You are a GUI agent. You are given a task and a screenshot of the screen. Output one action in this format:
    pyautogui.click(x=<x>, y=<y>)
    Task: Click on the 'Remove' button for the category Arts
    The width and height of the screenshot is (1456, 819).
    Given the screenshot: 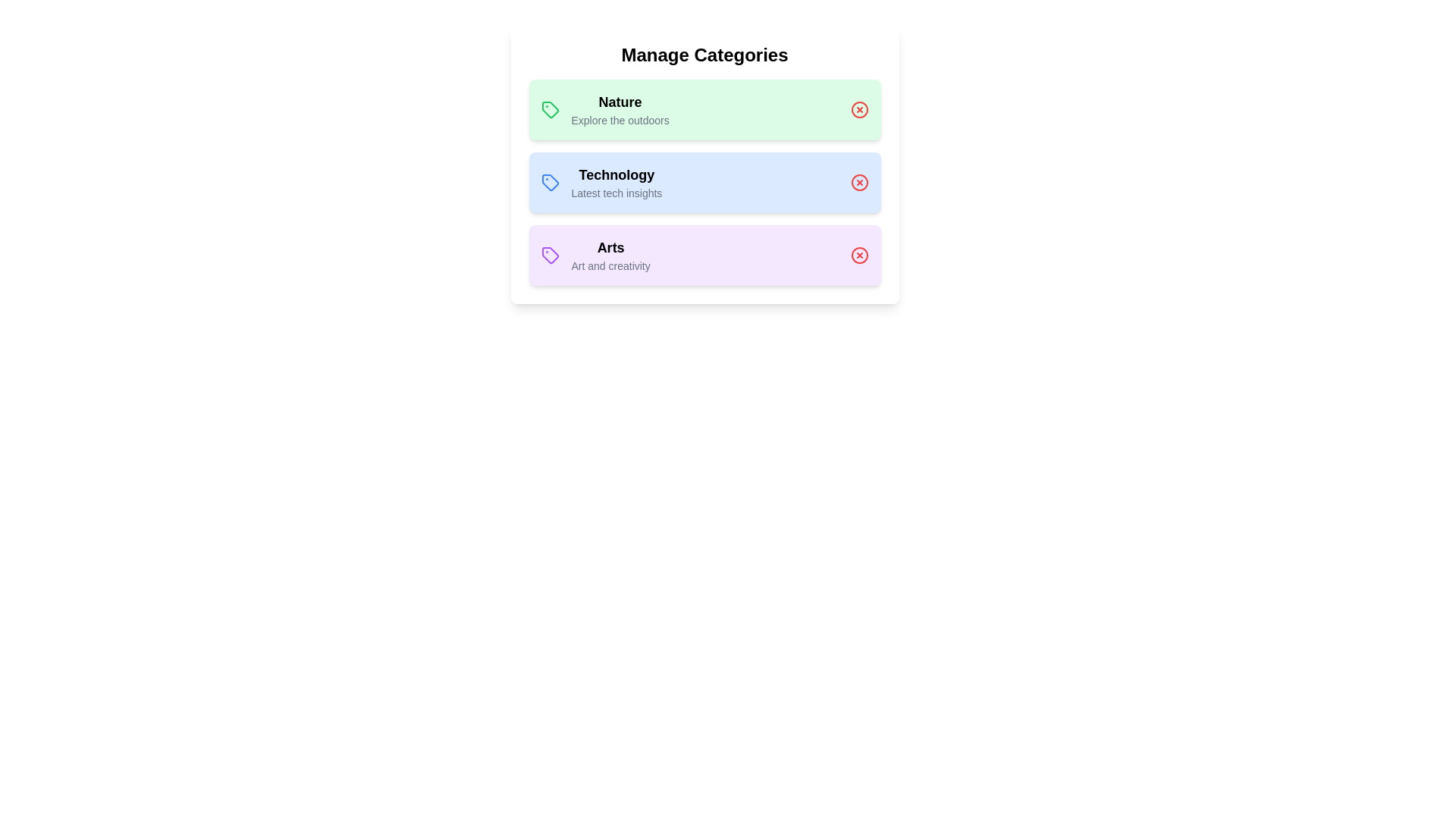 What is the action you would take?
    pyautogui.click(x=859, y=254)
    